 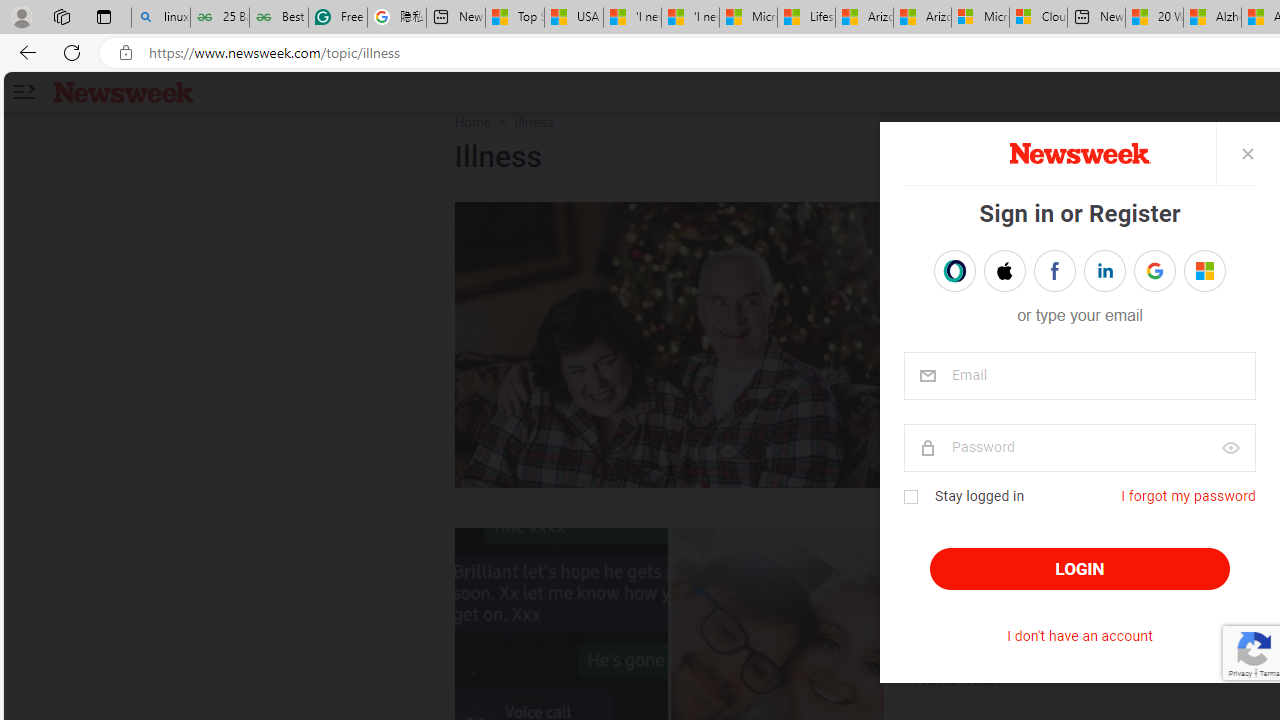 What do you see at coordinates (21, 16) in the screenshot?
I see `'Personal Profile'` at bounding box center [21, 16].